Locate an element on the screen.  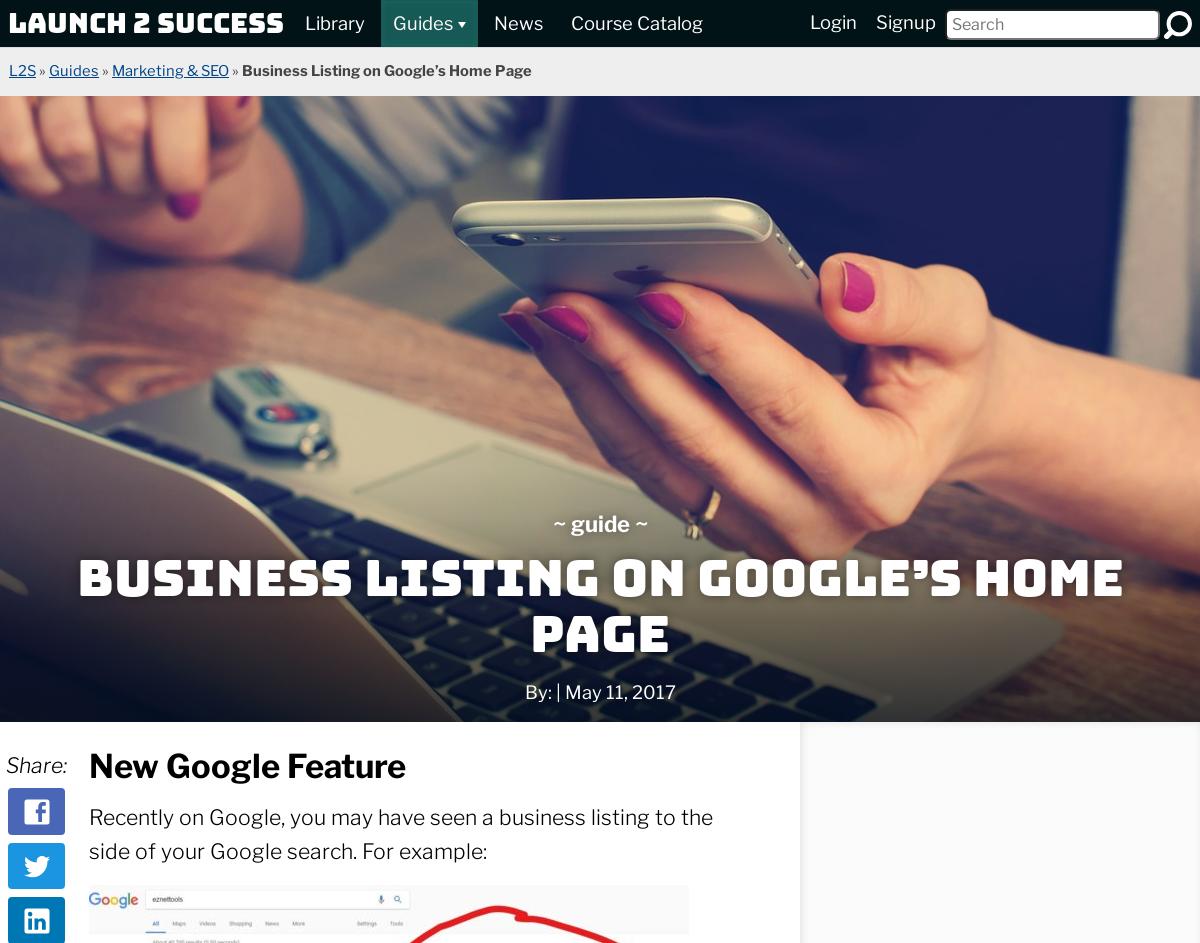
'| Dec 19, 2010' is located at coordinates (208, 917).